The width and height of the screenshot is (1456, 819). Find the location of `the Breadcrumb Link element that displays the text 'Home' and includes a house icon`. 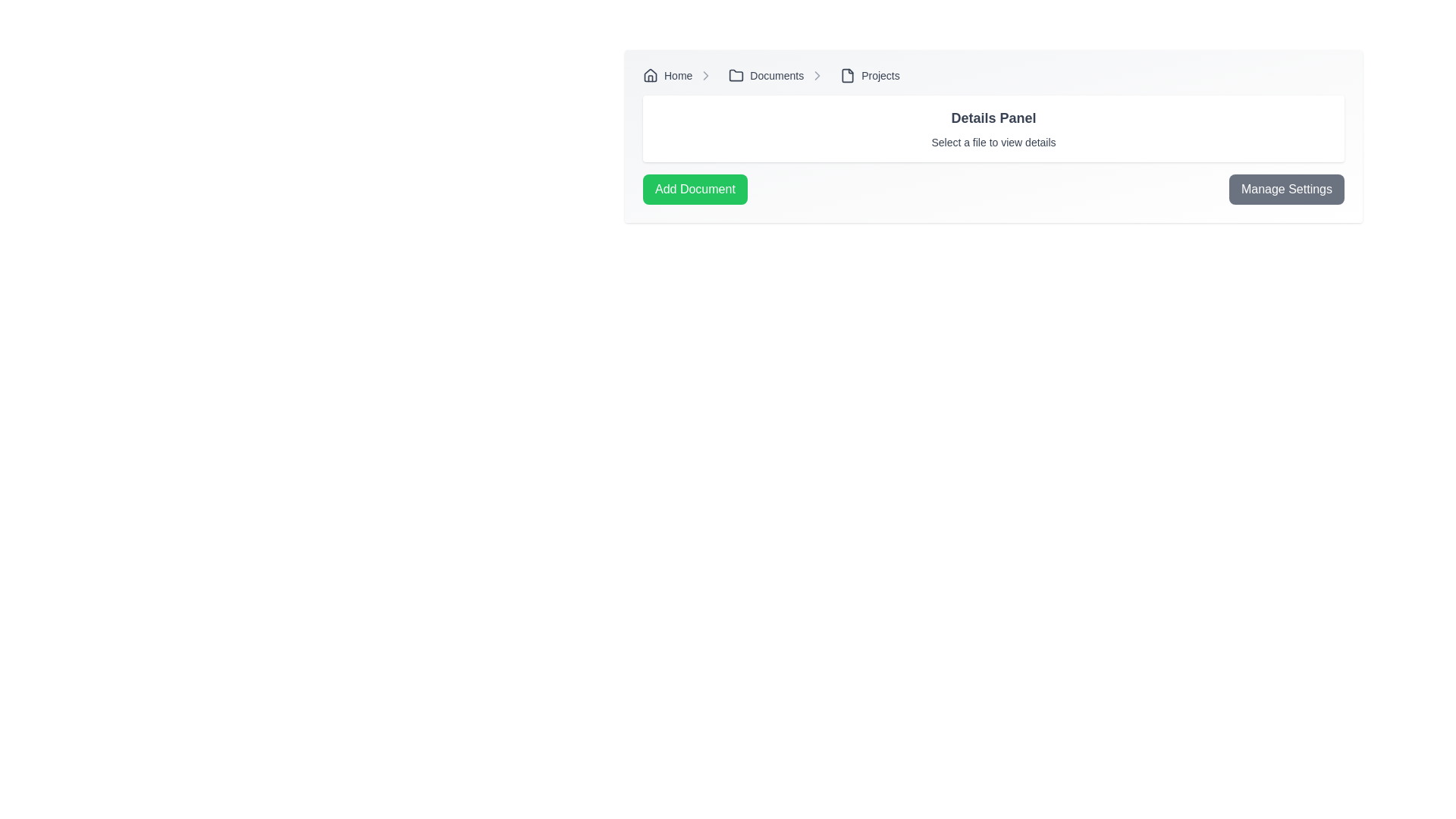

the Breadcrumb Link element that displays the text 'Home' and includes a house icon is located at coordinates (679, 76).